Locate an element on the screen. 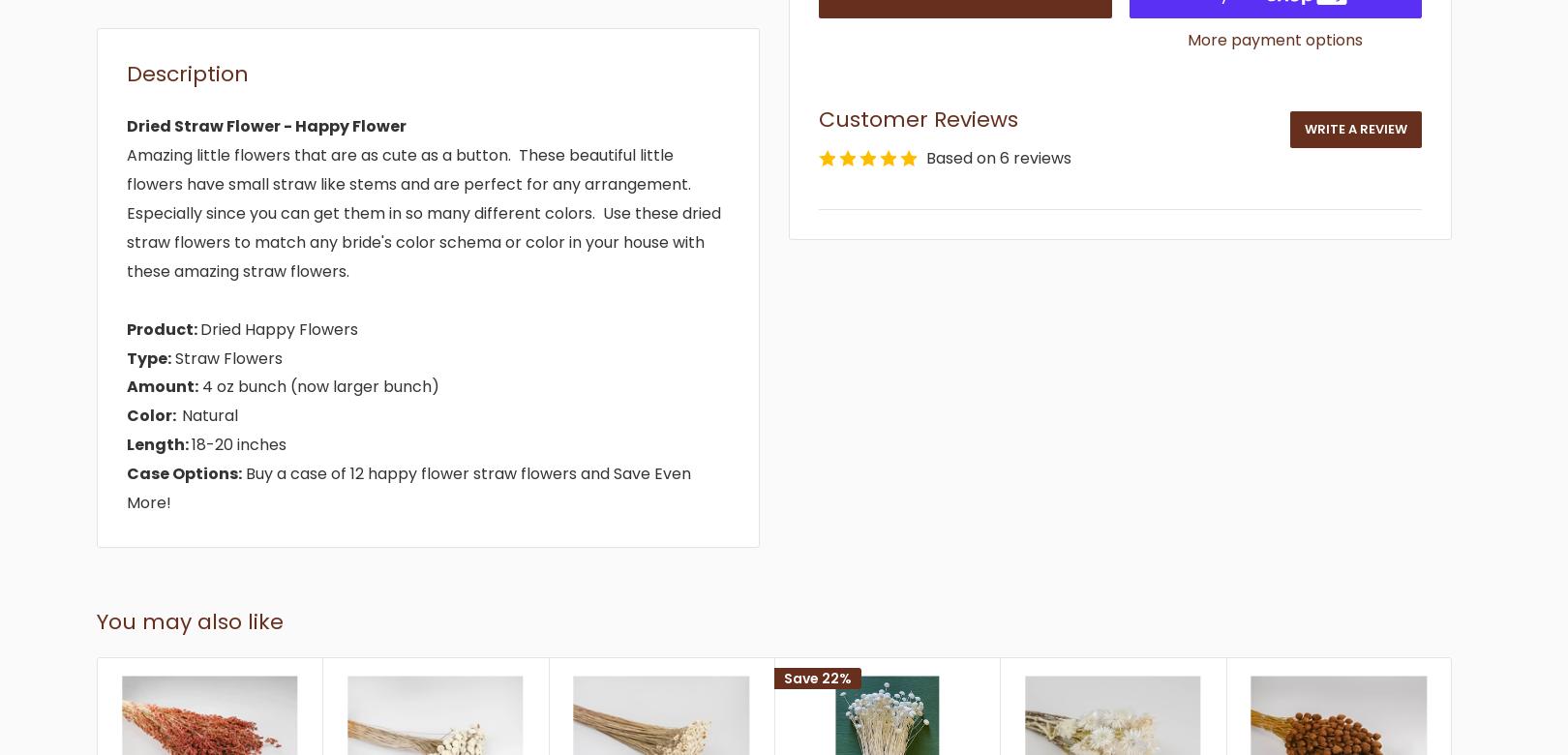  'Write a review' is located at coordinates (1355, 128).